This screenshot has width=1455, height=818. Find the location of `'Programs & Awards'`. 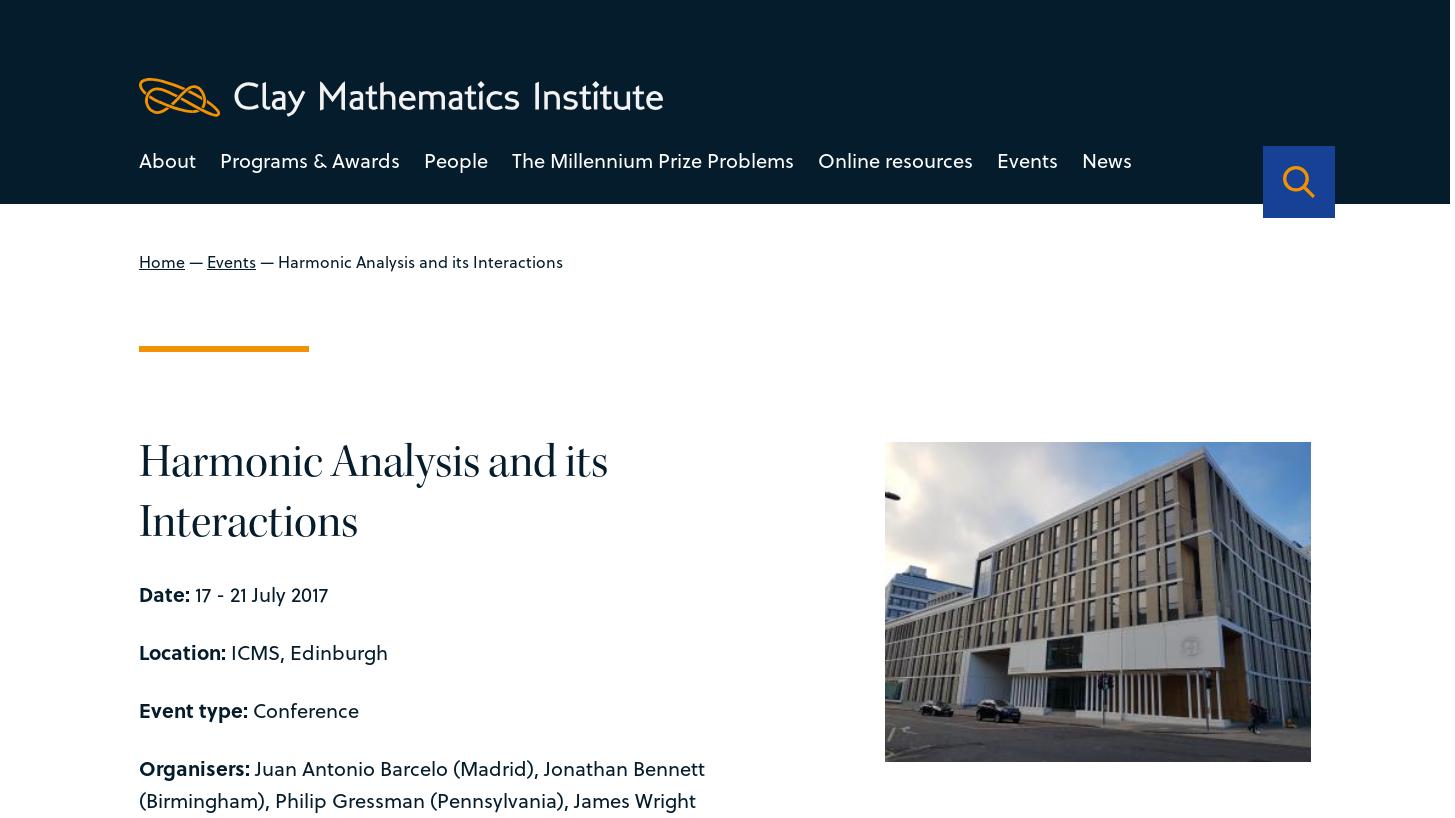

'Programs & Awards' is located at coordinates (219, 158).